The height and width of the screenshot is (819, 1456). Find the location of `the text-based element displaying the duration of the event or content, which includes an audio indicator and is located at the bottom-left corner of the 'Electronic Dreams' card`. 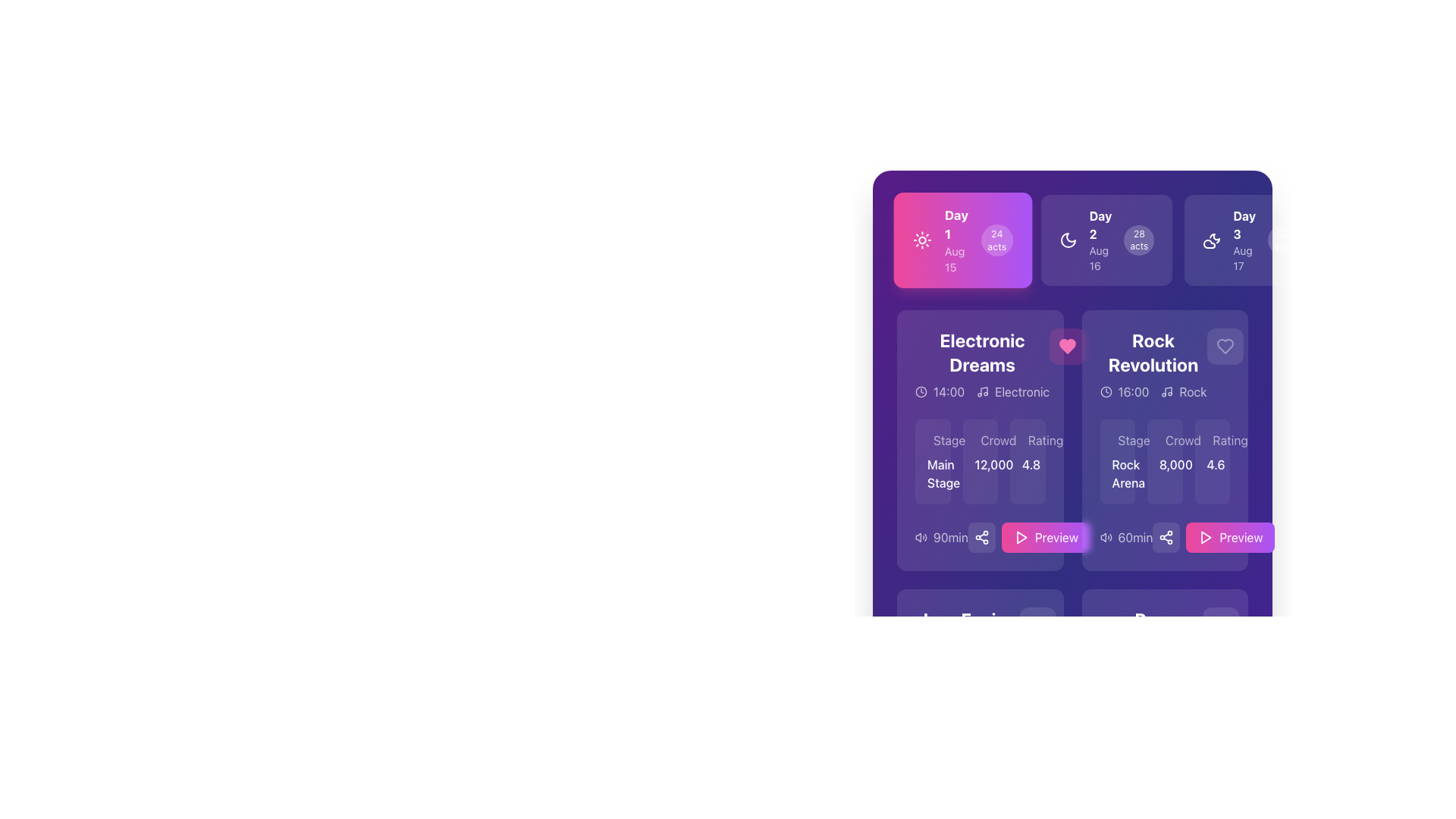

the text-based element displaying the duration of the event or content, which includes an audio indicator and is located at the bottom-left corner of the 'Electronic Dreams' card is located at coordinates (941, 537).